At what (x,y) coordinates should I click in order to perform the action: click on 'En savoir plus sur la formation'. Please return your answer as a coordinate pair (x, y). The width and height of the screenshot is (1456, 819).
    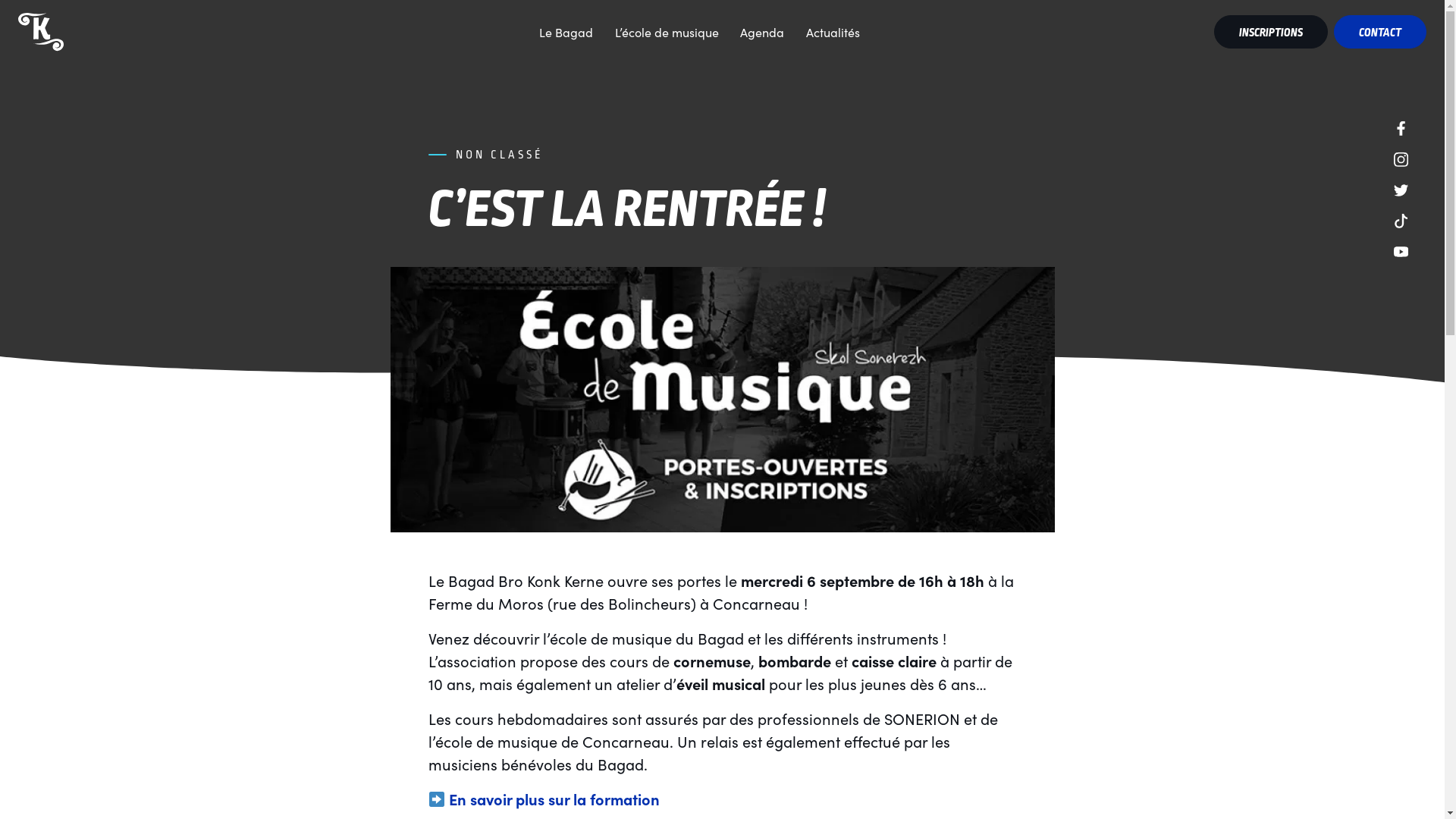
    Looking at the image, I should click on (553, 798).